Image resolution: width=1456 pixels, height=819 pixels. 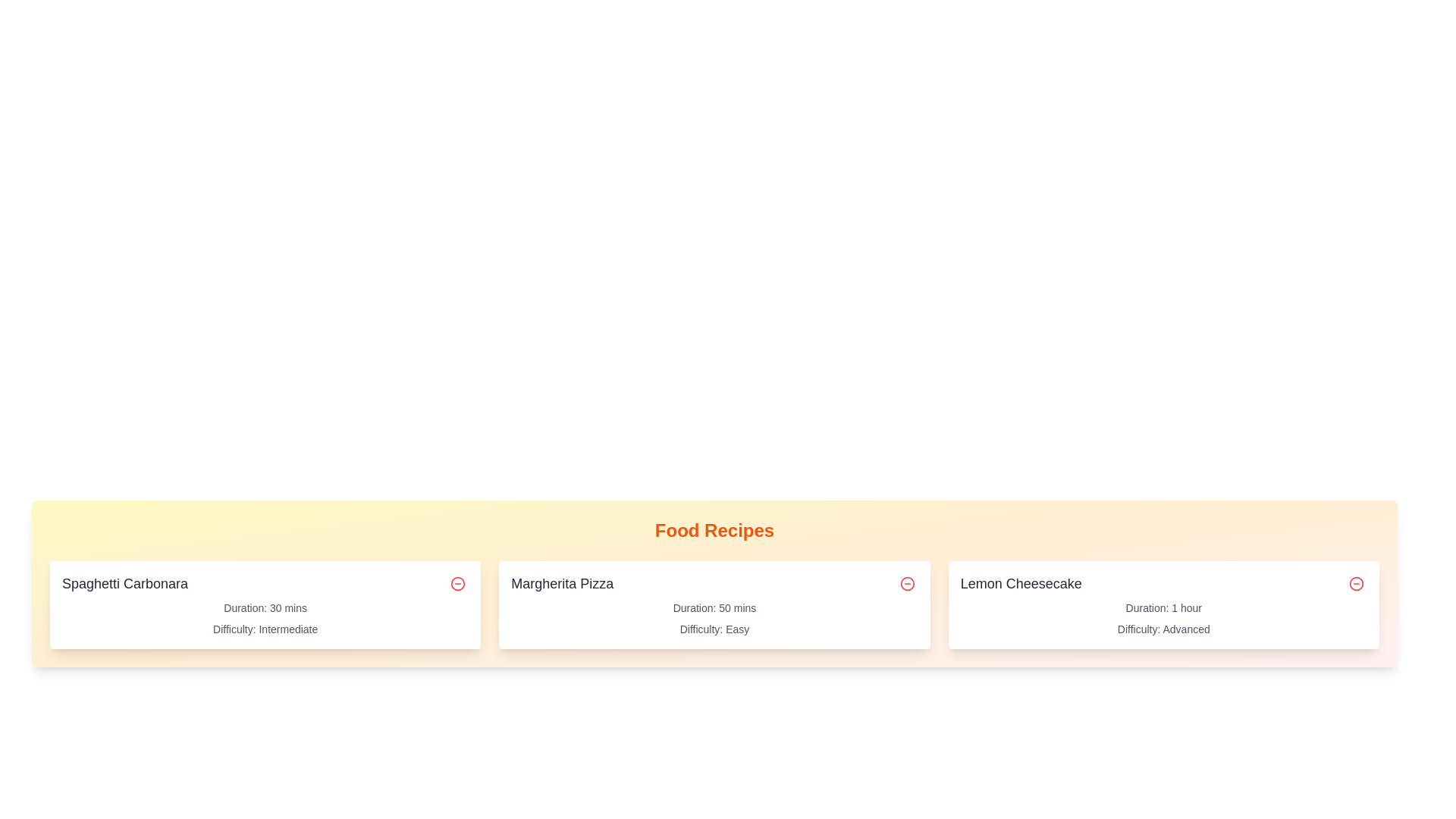 What do you see at coordinates (714, 529) in the screenshot?
I see `text label or heading that indicates the section pertains to recipes, located at the top of the rectangular section containing the recipe cards` at bounding box center [714, 529].